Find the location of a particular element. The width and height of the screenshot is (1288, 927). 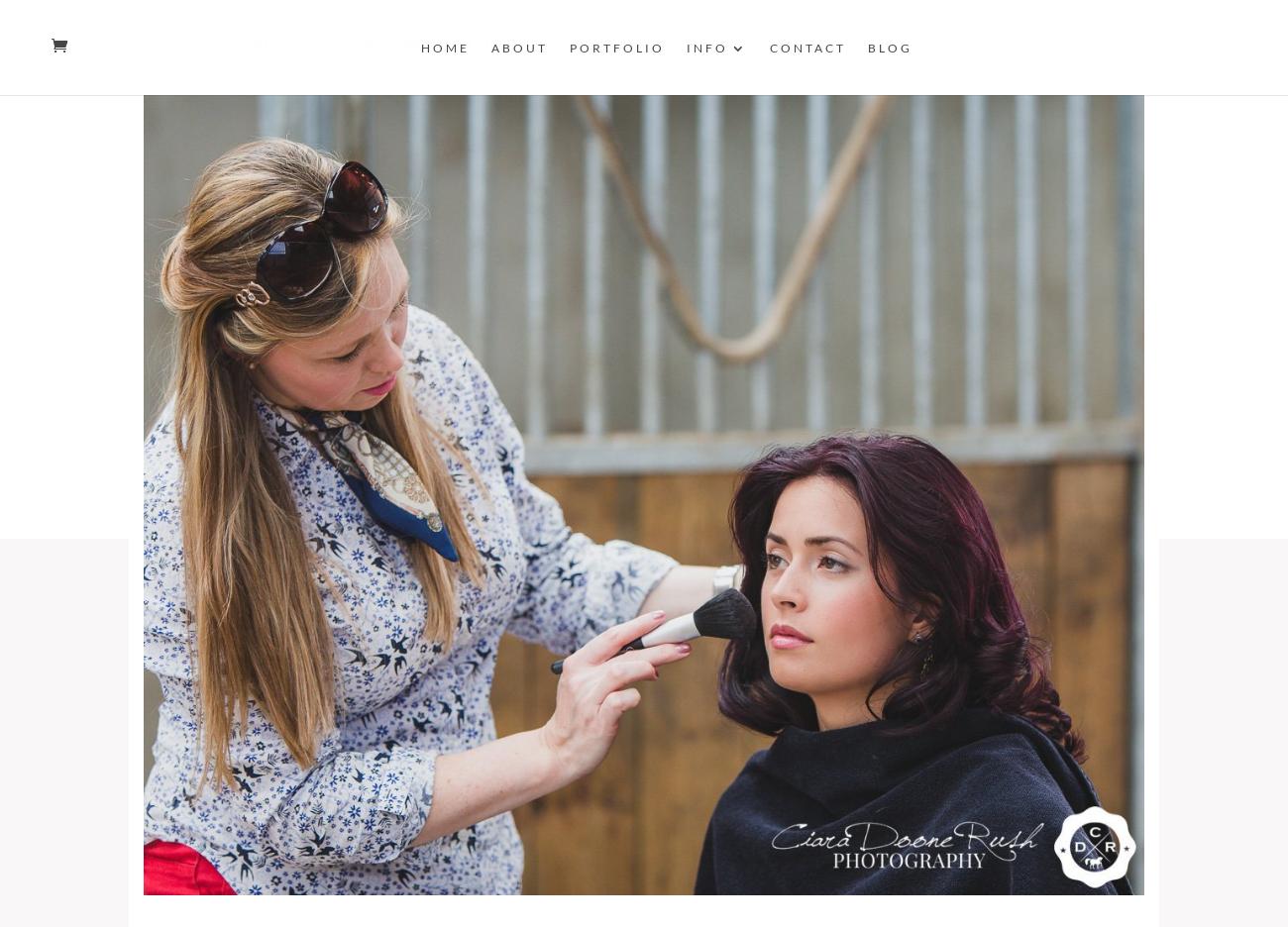

'Dog Photo Shoots' is located at coordinates (725, 349).